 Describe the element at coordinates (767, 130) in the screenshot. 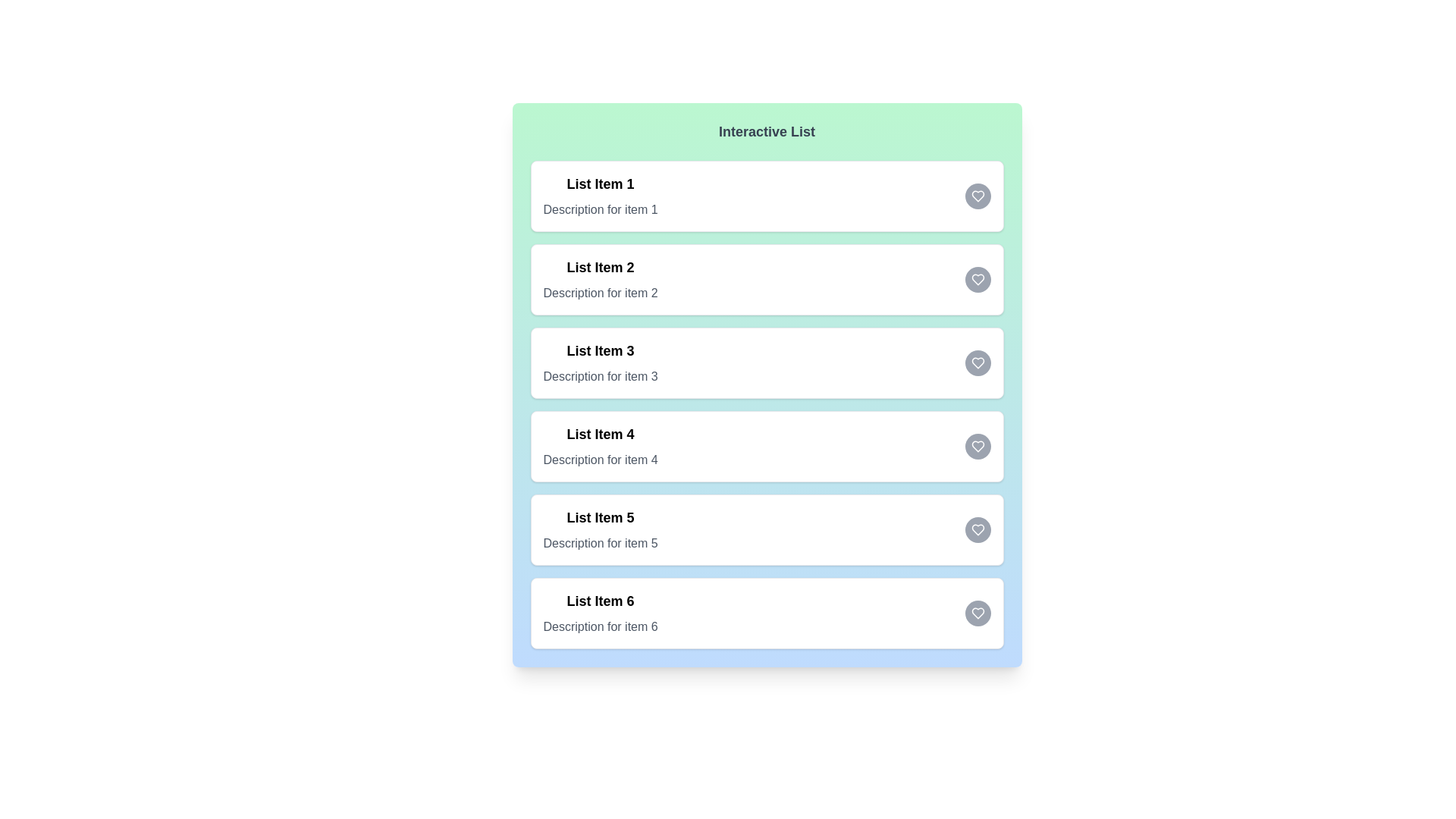

I see `the header of the list to provide context` at that location.